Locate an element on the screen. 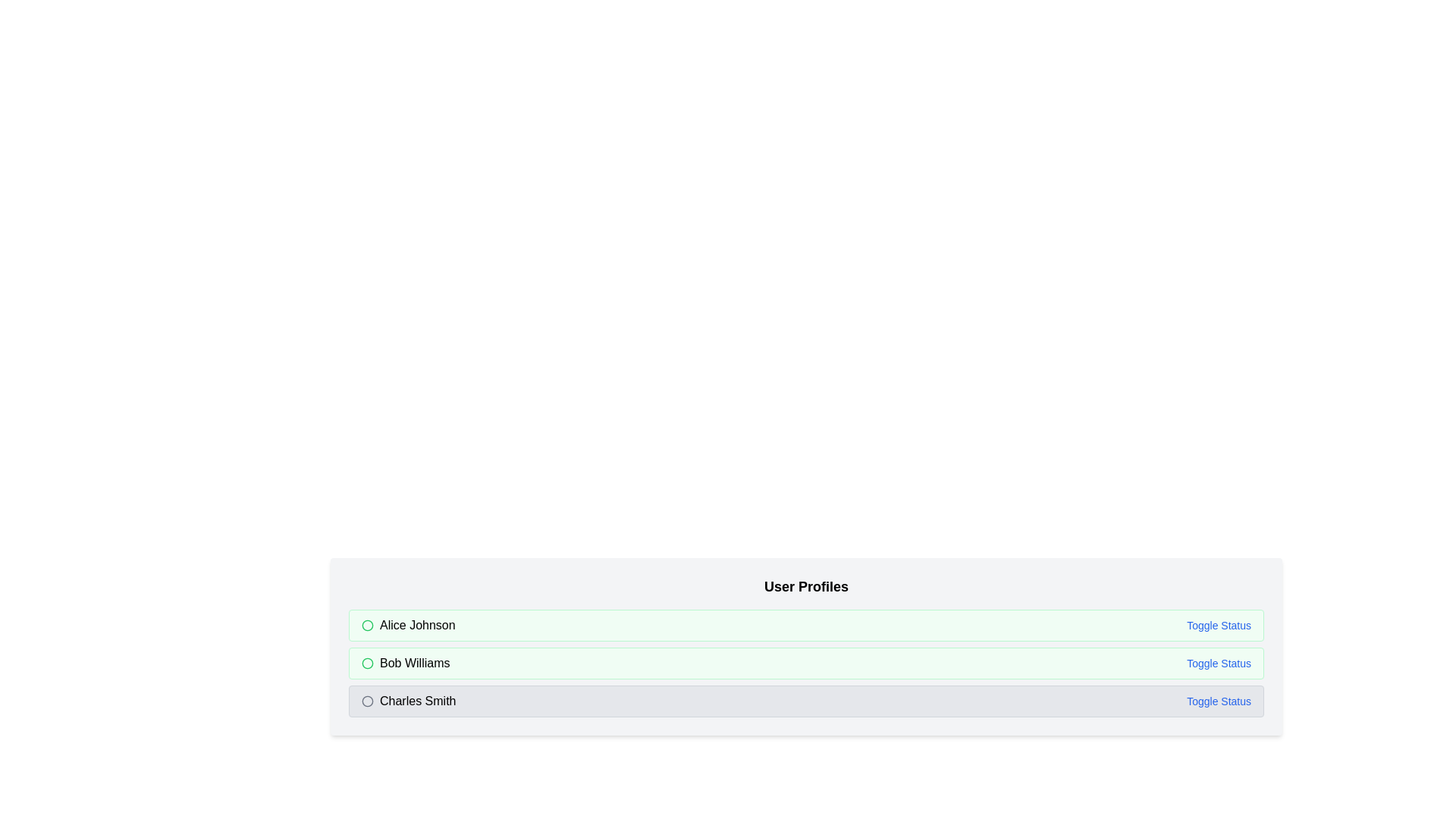 This screenshot has height=819, width=1456. the 'Toggle Status' hyperlink in the list item for user 'Charles Smith' is located at coordinates (805, 701).